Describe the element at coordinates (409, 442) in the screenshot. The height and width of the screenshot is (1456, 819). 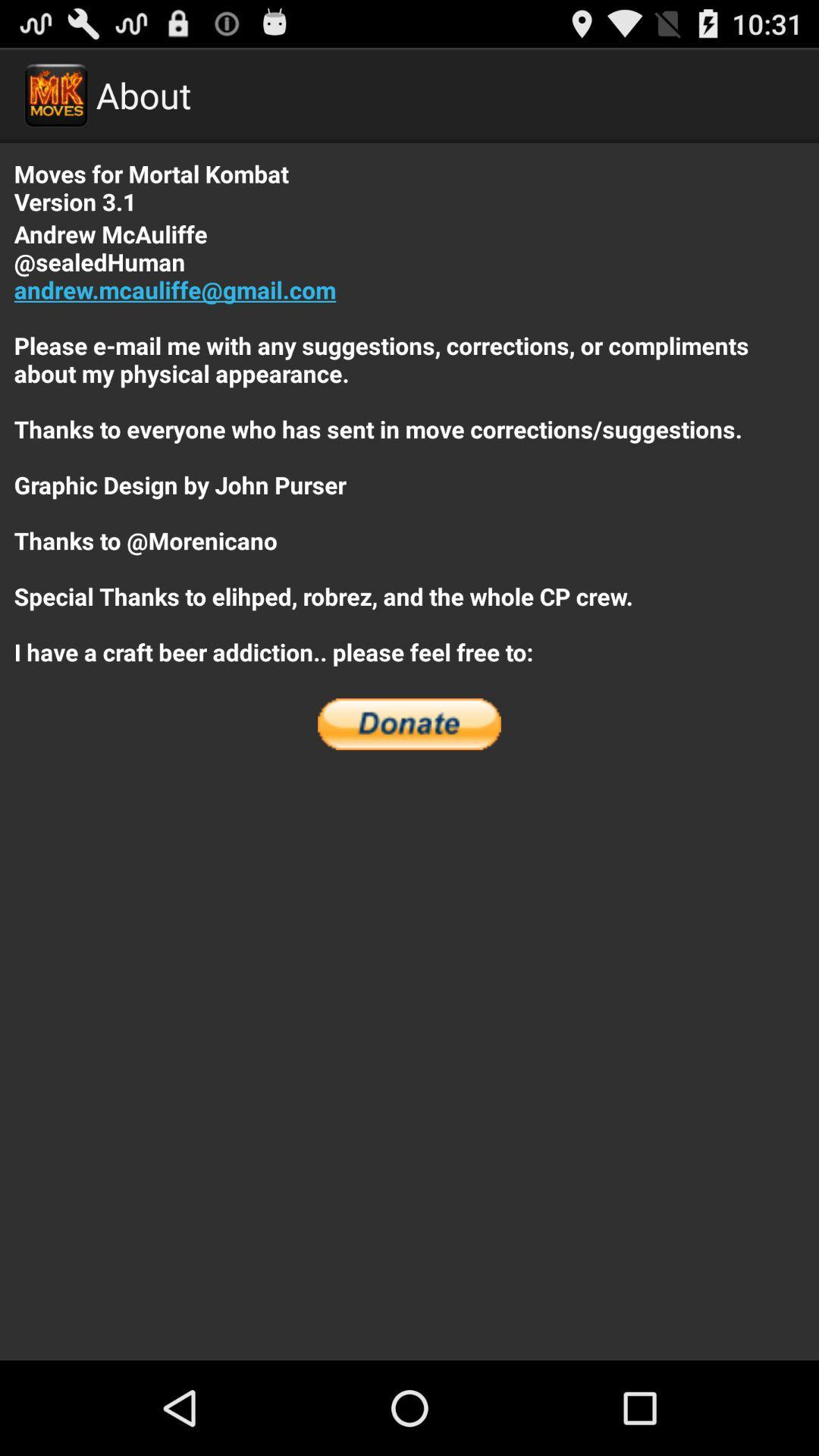
I see `app below moves for mortal icon` at that location.